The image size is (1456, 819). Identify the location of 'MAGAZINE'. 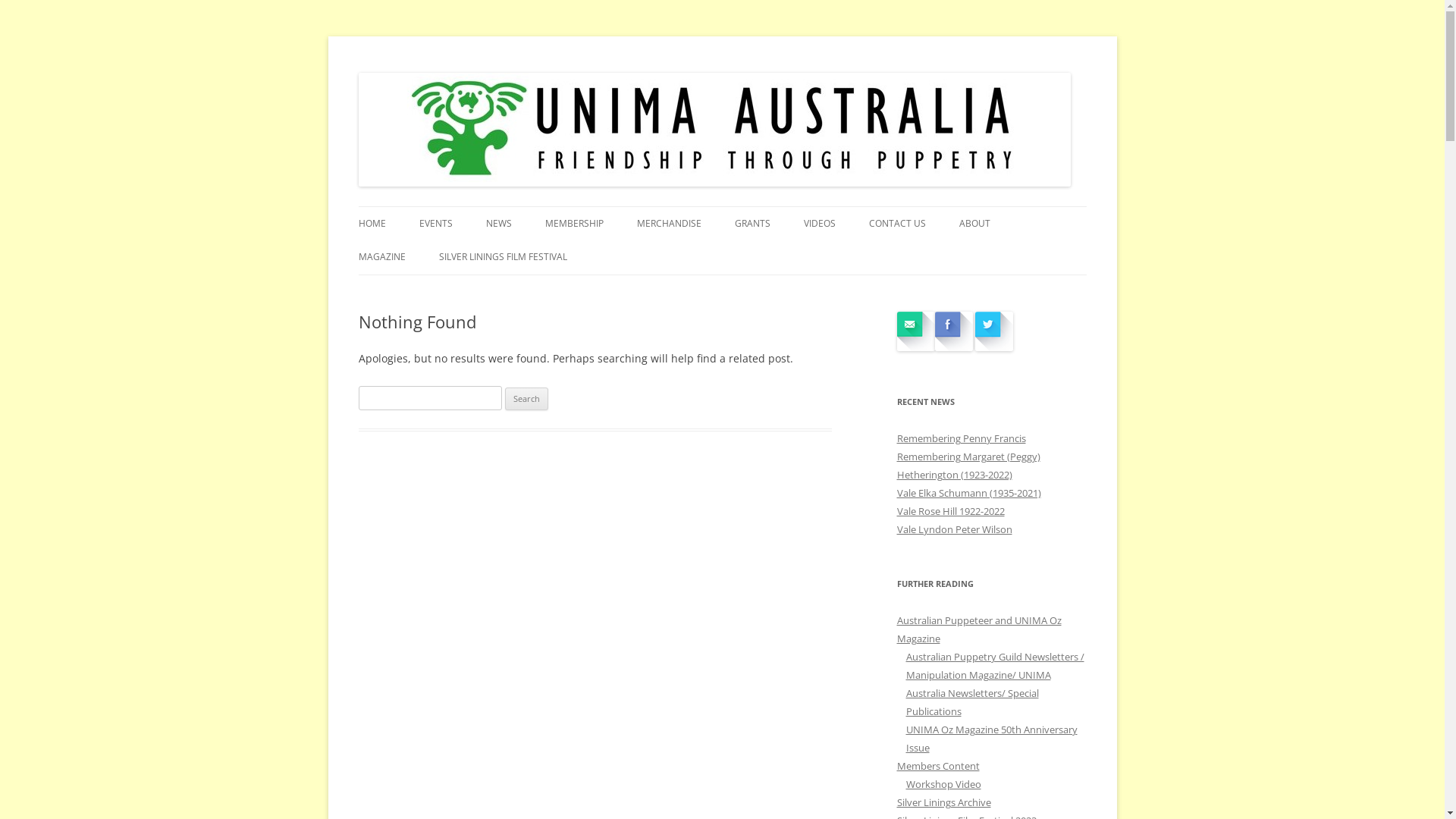
(381, 256).